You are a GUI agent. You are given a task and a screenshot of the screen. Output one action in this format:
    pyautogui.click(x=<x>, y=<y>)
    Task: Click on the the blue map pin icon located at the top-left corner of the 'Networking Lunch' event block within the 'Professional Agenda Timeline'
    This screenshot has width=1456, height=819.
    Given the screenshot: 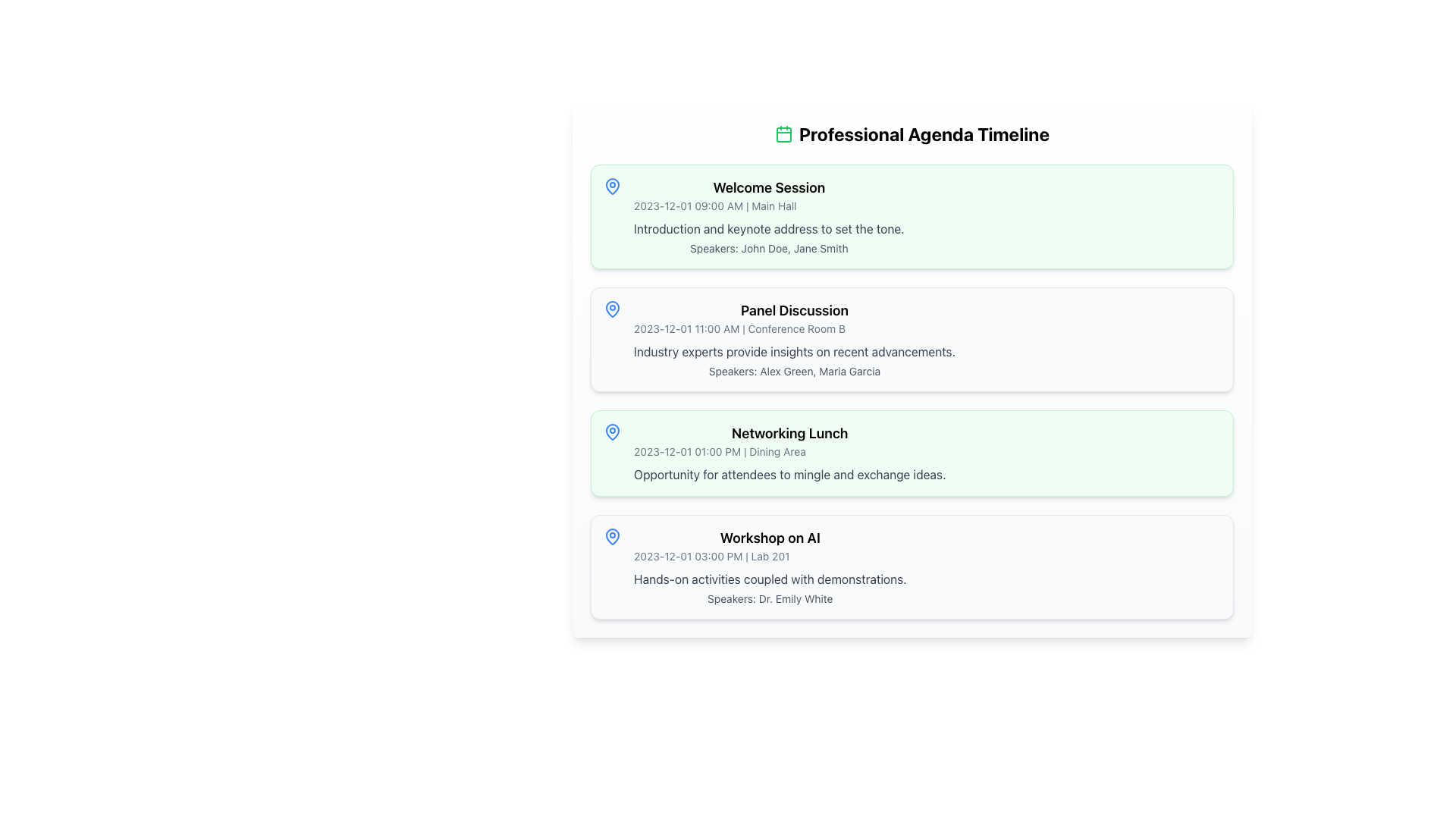 What is the action you would take?
    pyautogui.click(x=612, y=432)
    